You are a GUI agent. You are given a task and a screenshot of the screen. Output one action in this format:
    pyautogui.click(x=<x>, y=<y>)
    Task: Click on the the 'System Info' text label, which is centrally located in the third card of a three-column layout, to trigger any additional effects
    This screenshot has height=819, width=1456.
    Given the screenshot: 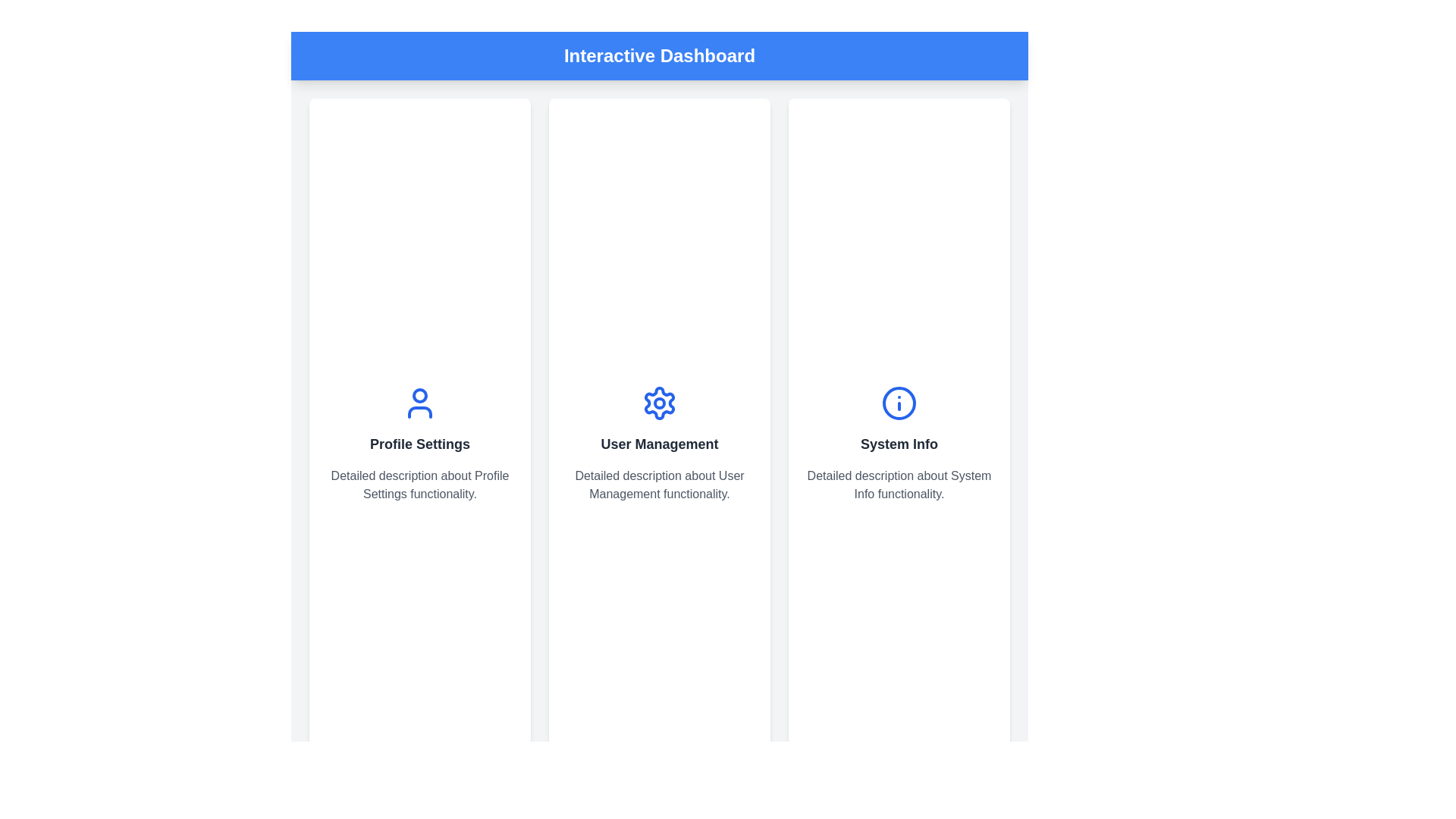 What is the action you would take?
    pyautogui.click(x=899, y=444)
    